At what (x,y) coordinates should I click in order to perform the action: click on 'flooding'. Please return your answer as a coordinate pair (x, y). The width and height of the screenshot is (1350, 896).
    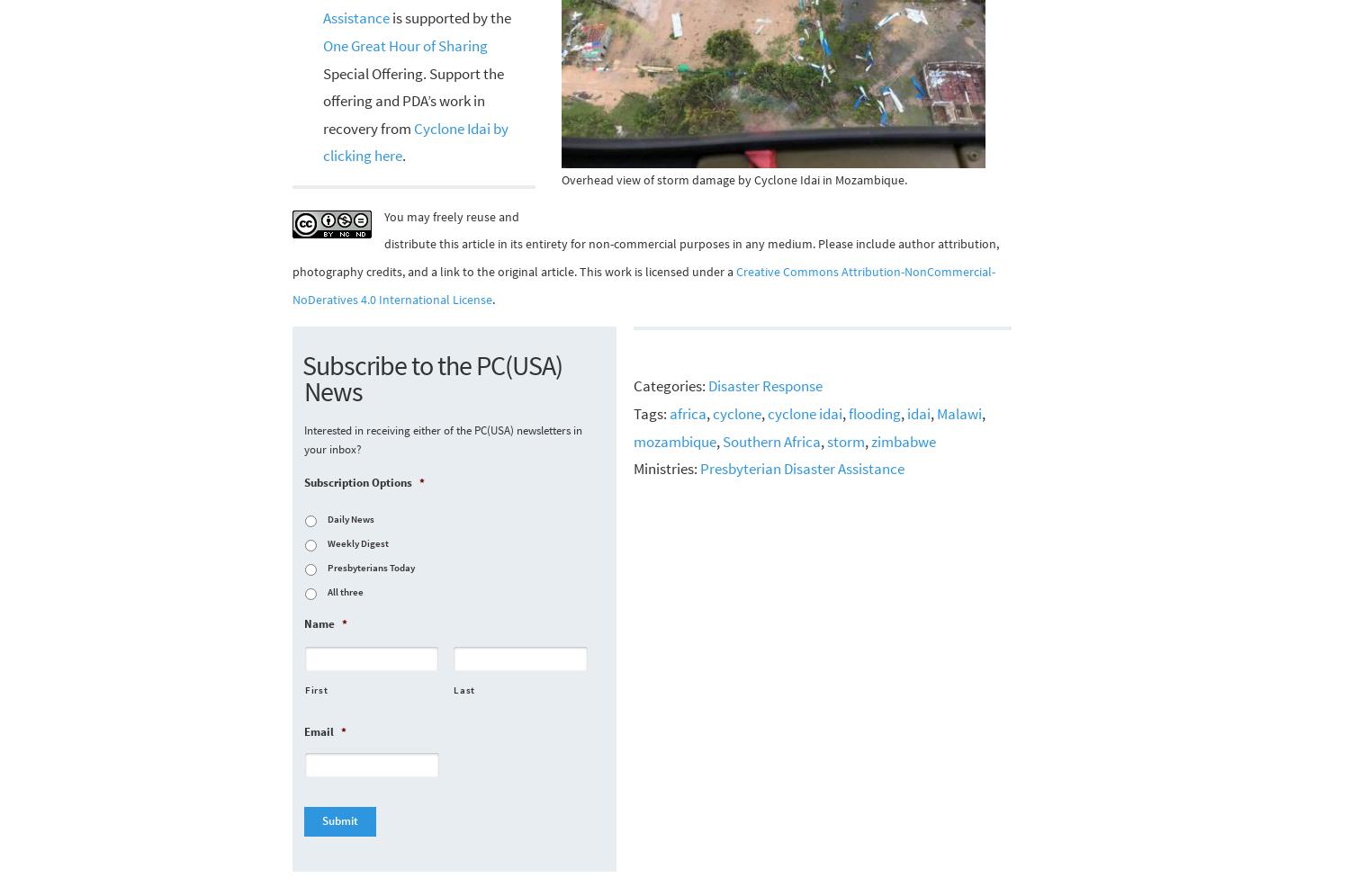
    Looking at the image, I should click on (872, 412).